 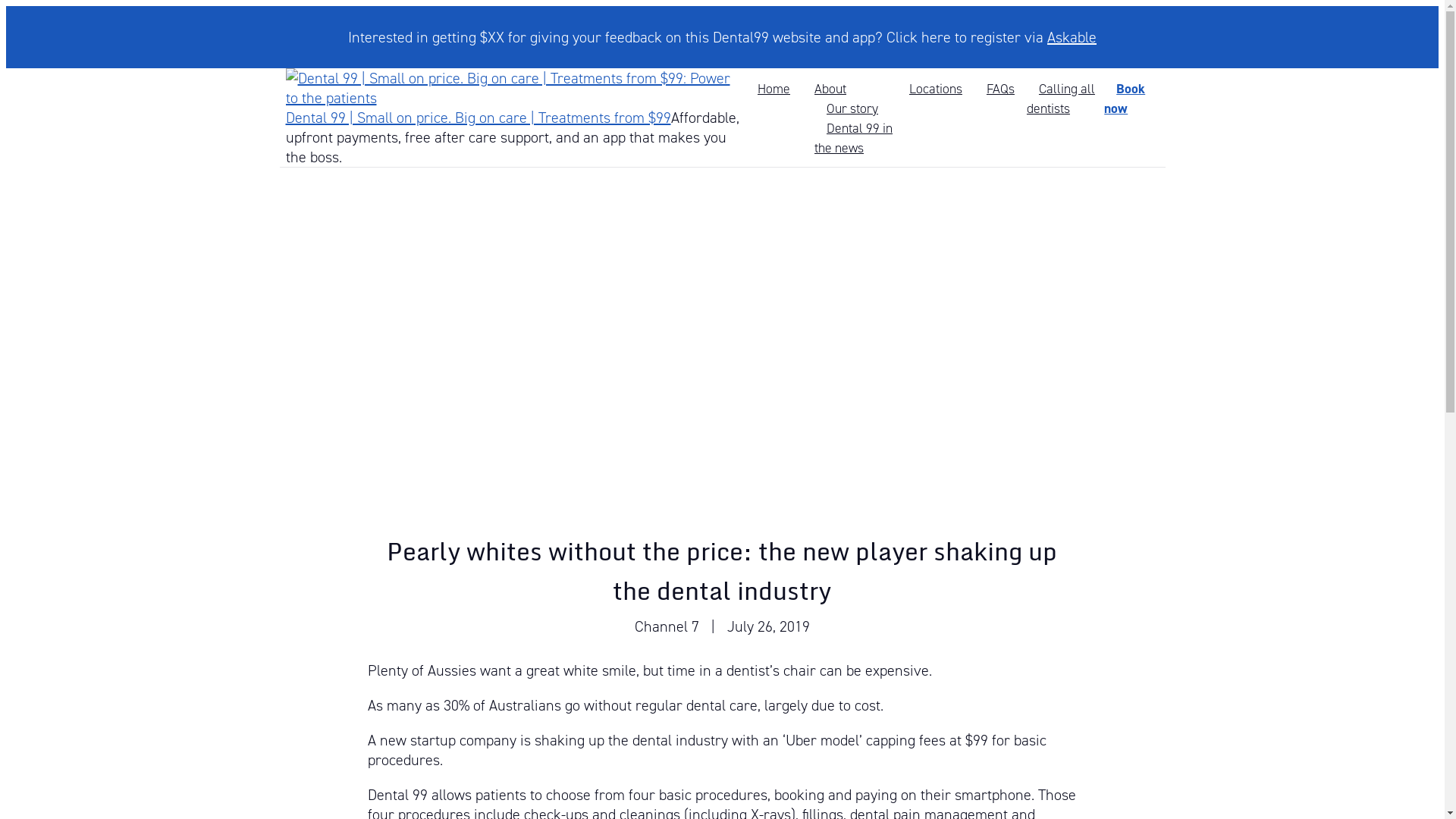 I want to click on 'Calling all dentists', so click(x=1059, y=99).